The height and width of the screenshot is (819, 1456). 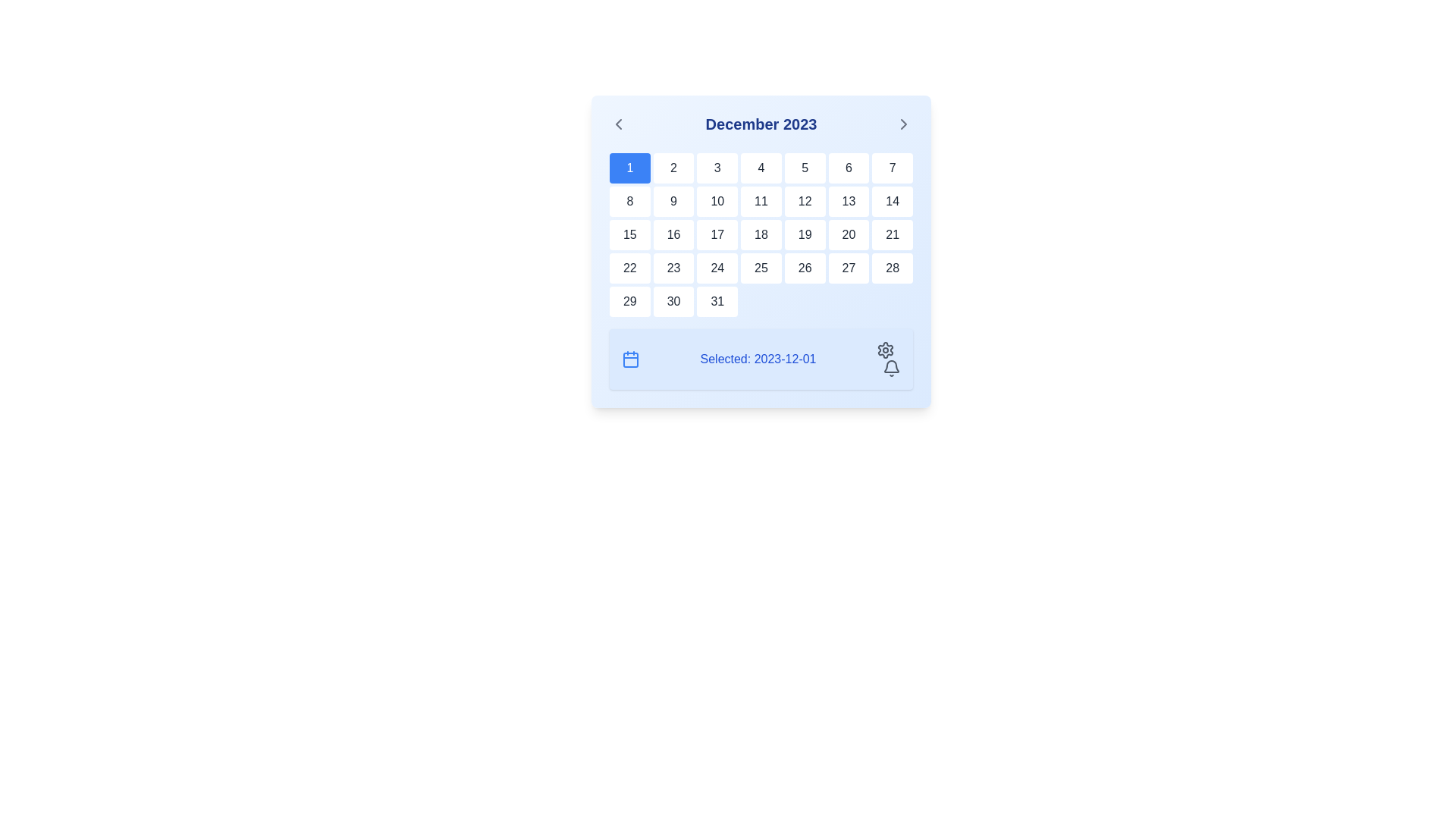 What do you see at coordinates (761, 268) in the screenshot?
I see `the calendar button` at bounding box center [761, 268].